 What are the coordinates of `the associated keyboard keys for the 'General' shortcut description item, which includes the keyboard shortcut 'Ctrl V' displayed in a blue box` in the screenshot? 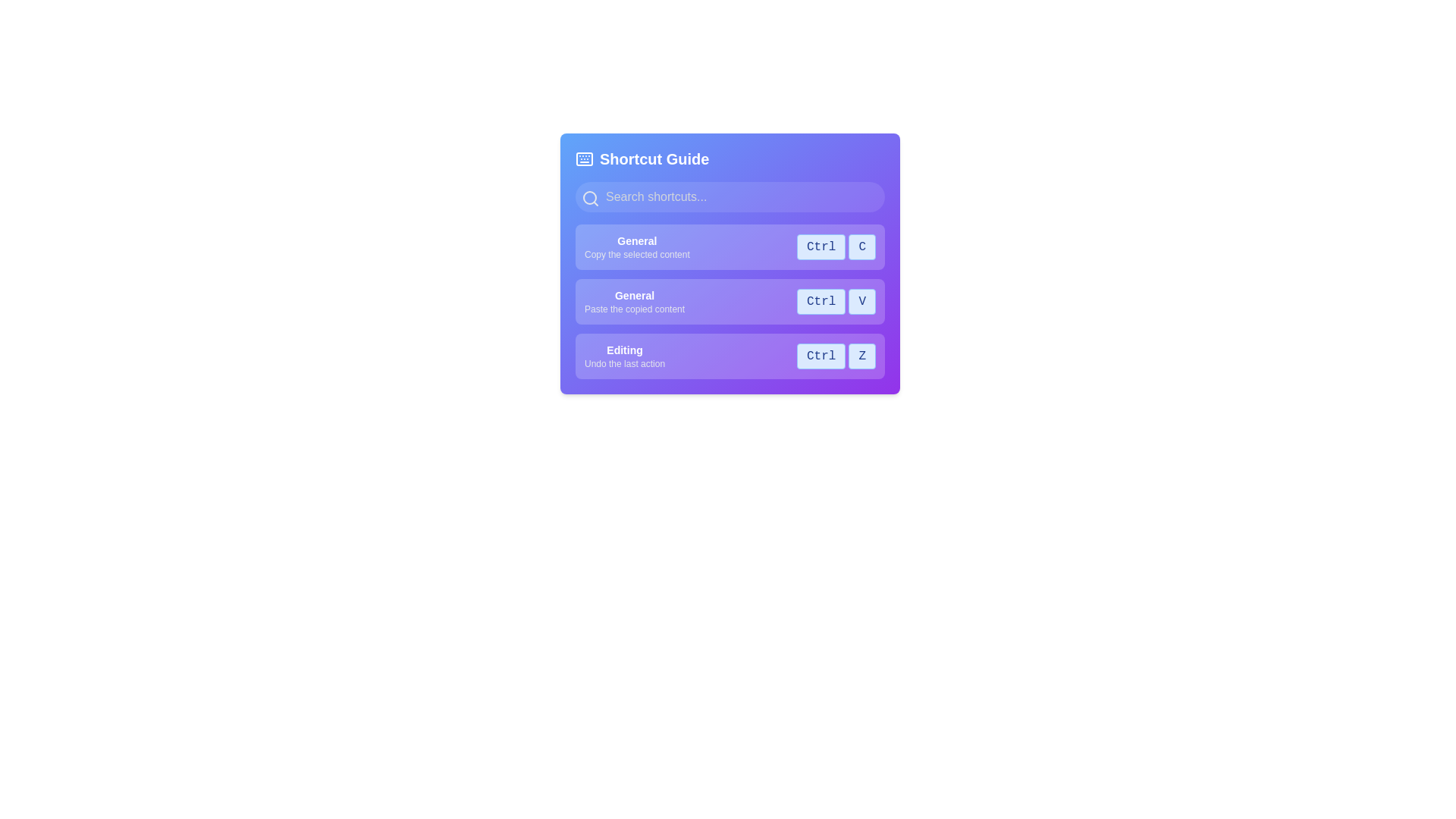 It's located at (730, 301).